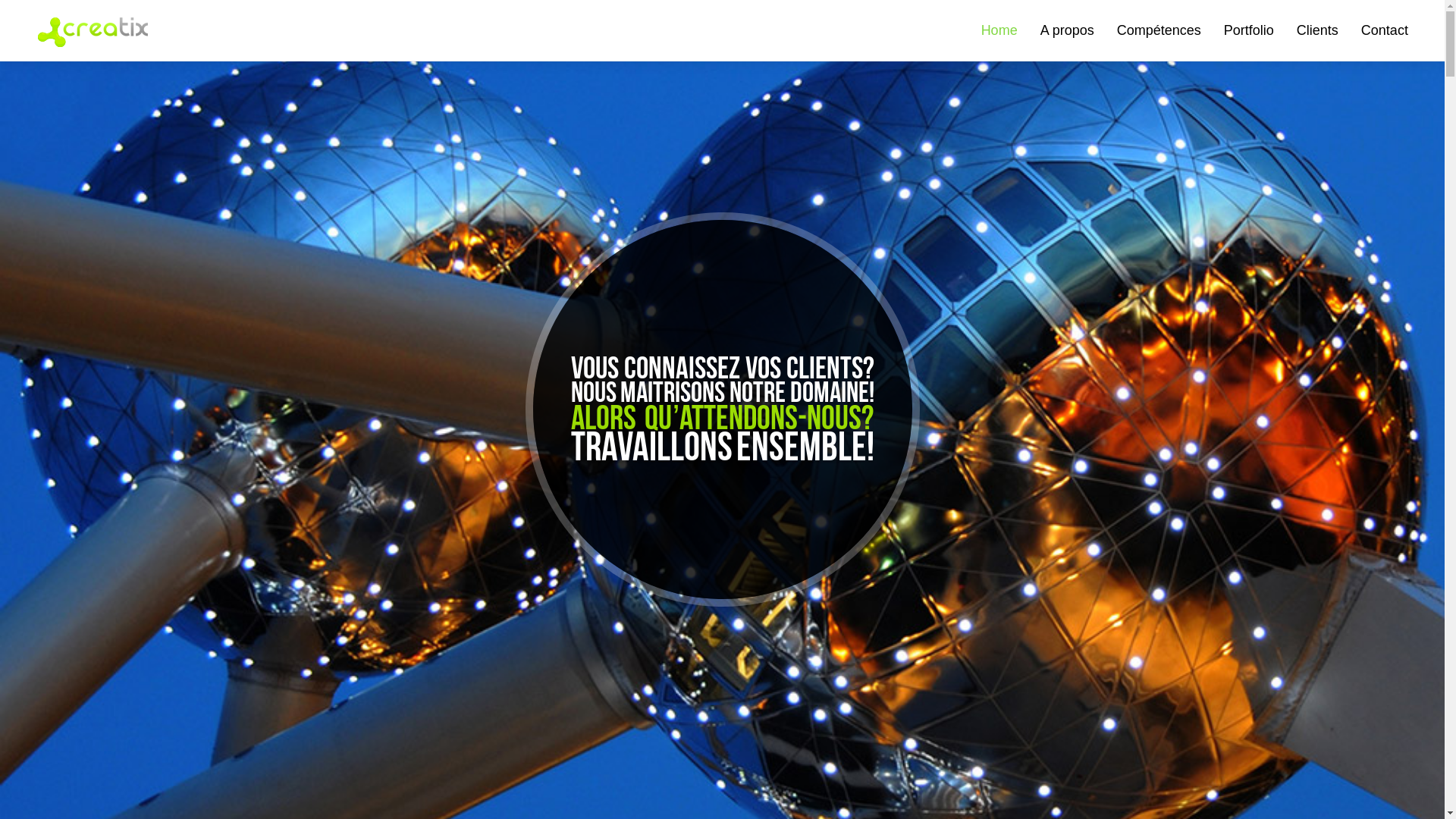  What do you see at coordinates (999, 30) in the screenshot?
I see `'Home'` at bounding box center [999, 30].